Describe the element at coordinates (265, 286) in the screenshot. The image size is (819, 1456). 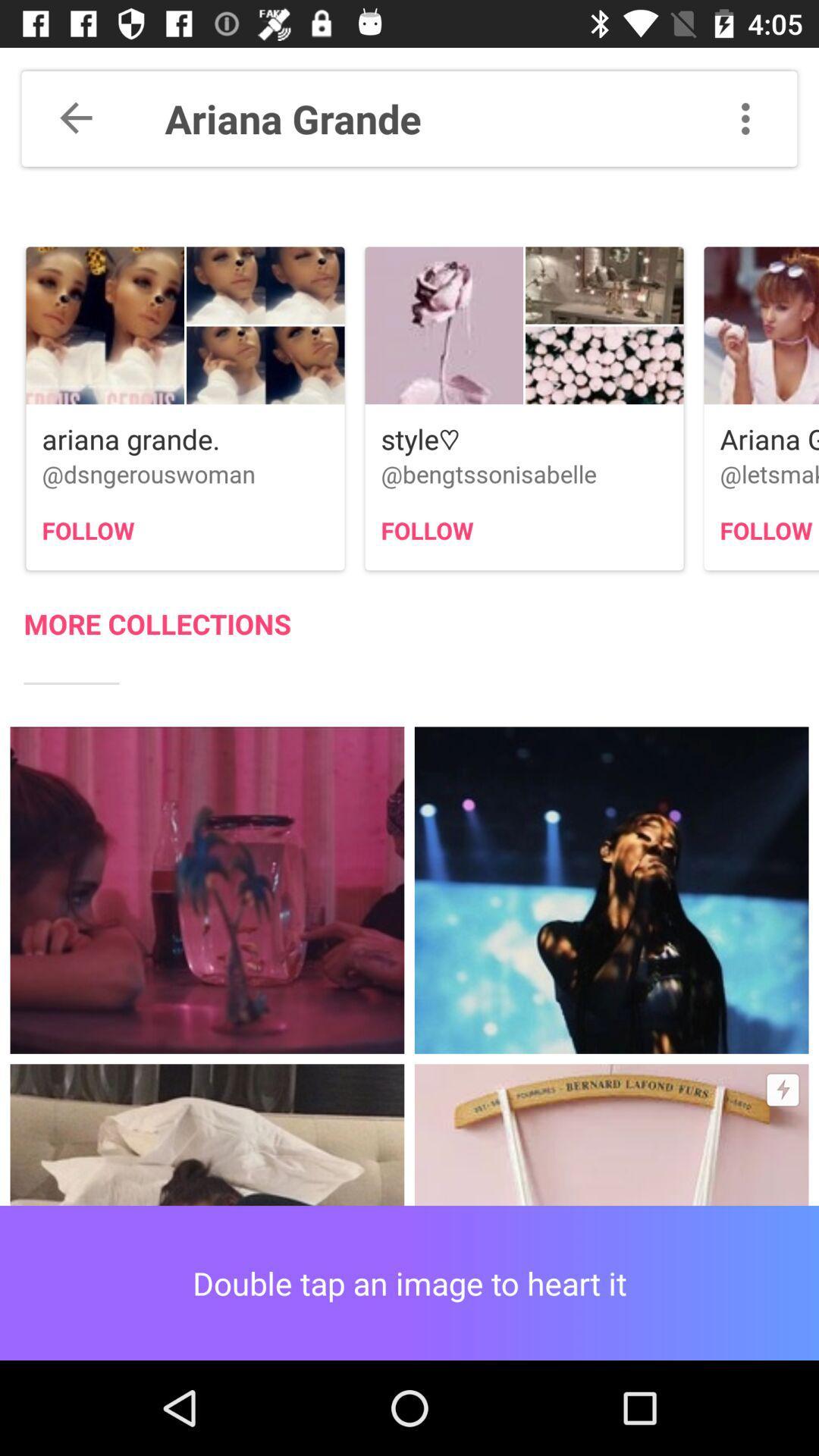
I see `second image in the first option` at that location.